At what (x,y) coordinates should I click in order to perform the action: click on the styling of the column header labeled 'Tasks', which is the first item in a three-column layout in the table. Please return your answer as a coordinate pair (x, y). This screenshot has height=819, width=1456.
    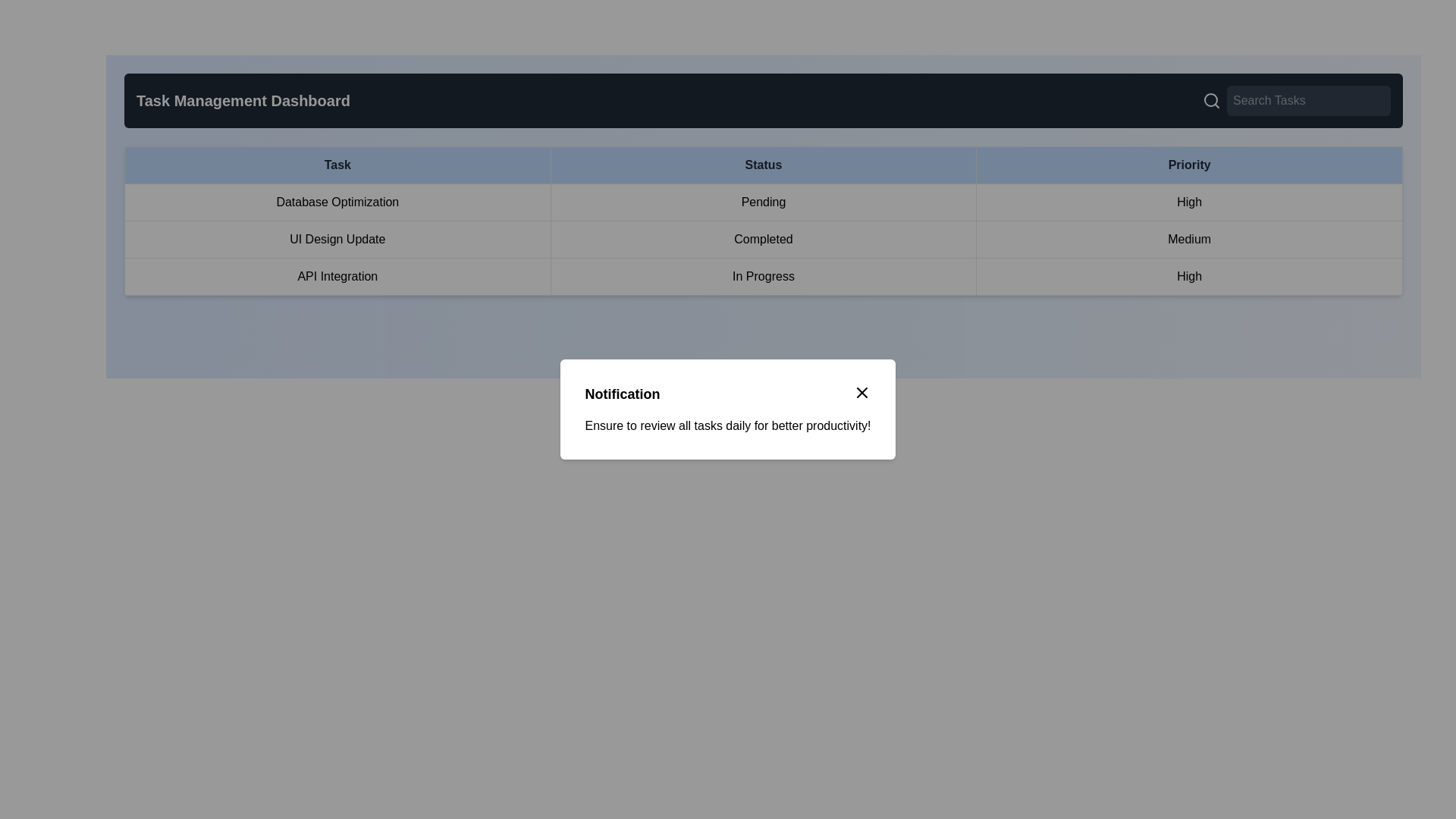
    Looking at the image, I should click on (337, 165).